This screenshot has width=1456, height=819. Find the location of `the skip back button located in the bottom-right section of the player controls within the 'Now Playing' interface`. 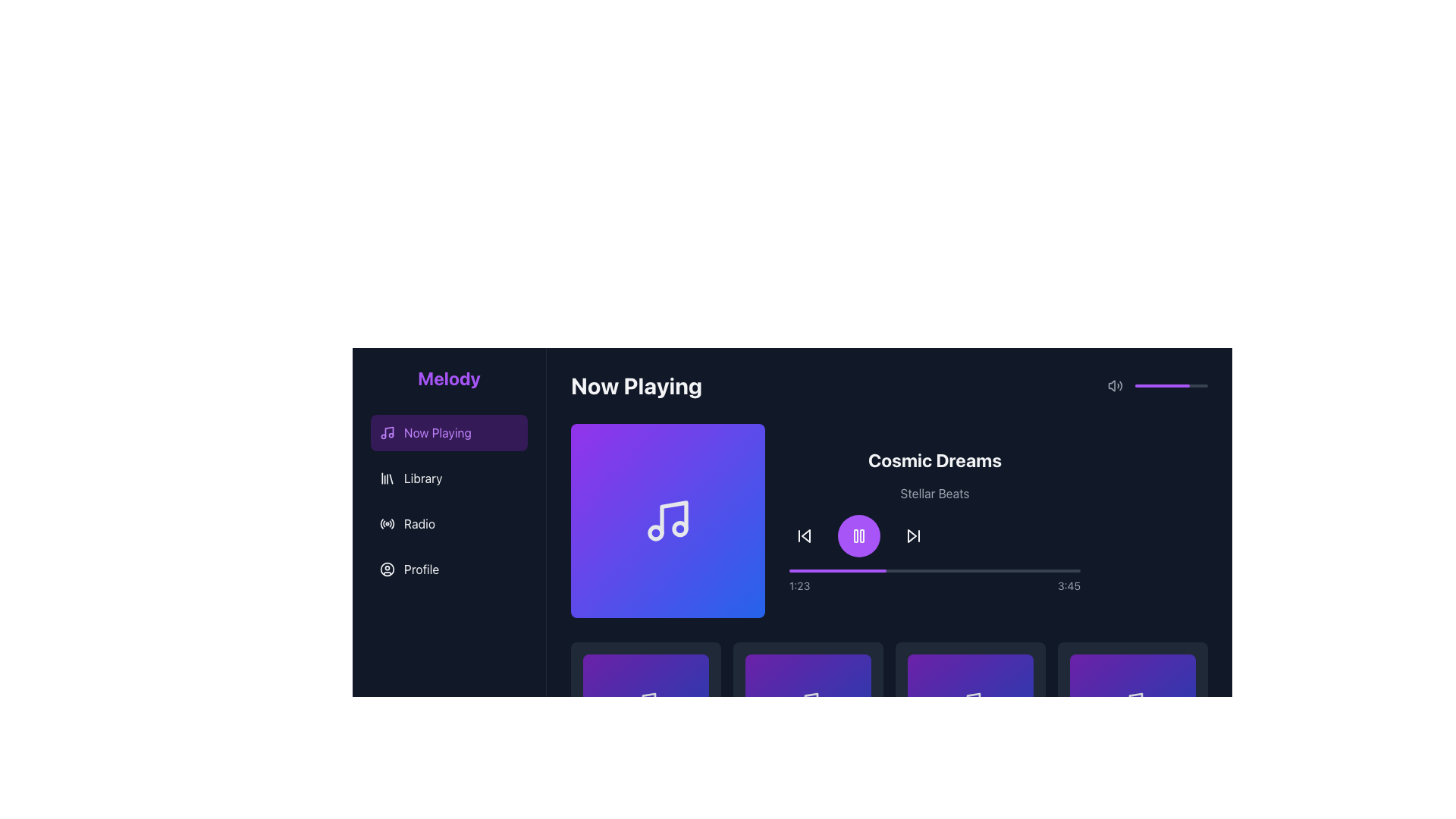

the skip back button located in the bottom-right section of the player controls within the 'Now Playing' interface is located at coordinates (803, 535).